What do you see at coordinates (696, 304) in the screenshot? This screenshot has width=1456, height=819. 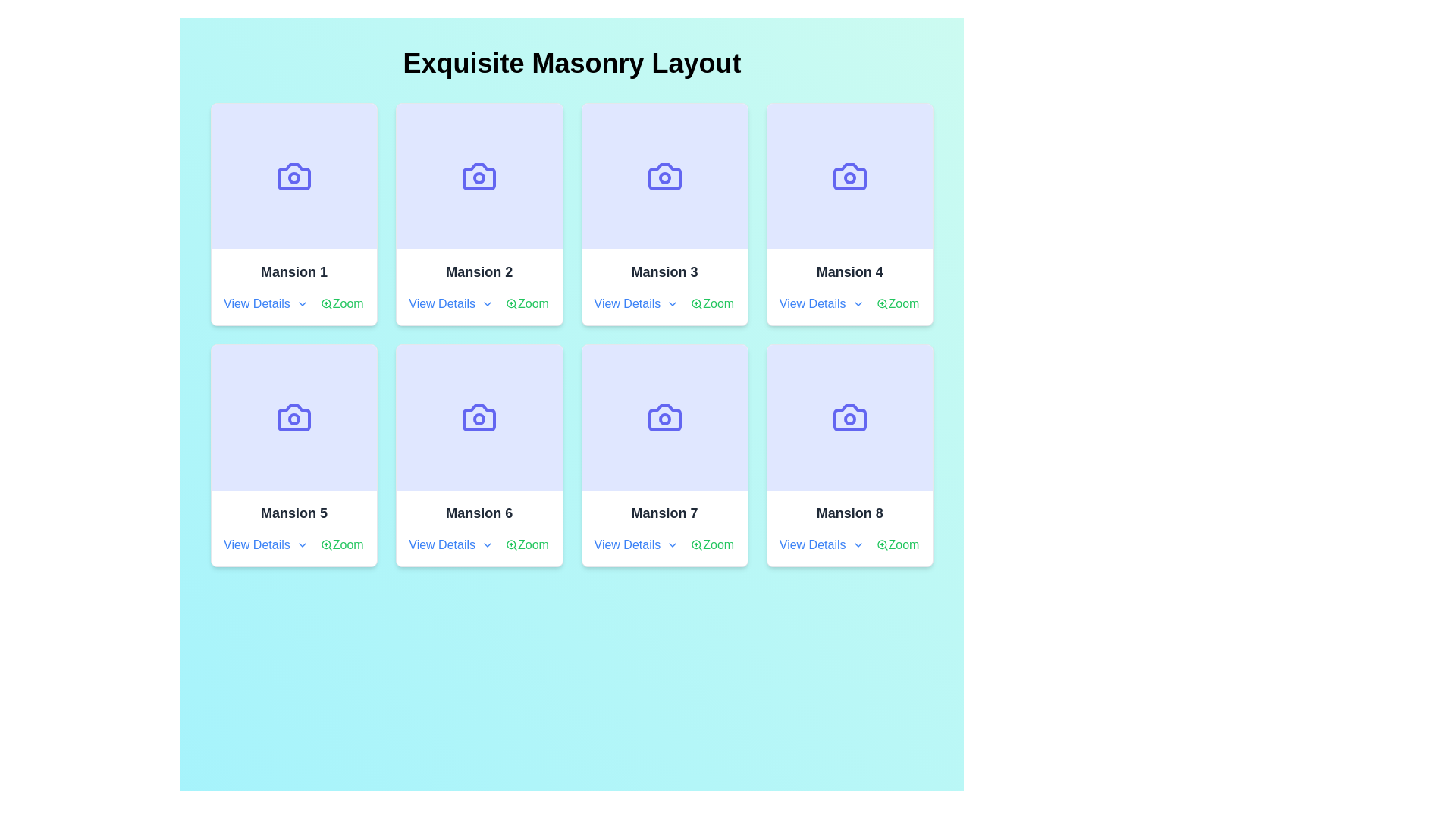 I see `the zoom icon located to the left of the 'Zoom' text below the image and title of 'Mansion 3' to zoom in` at bounding box center [696, 304].